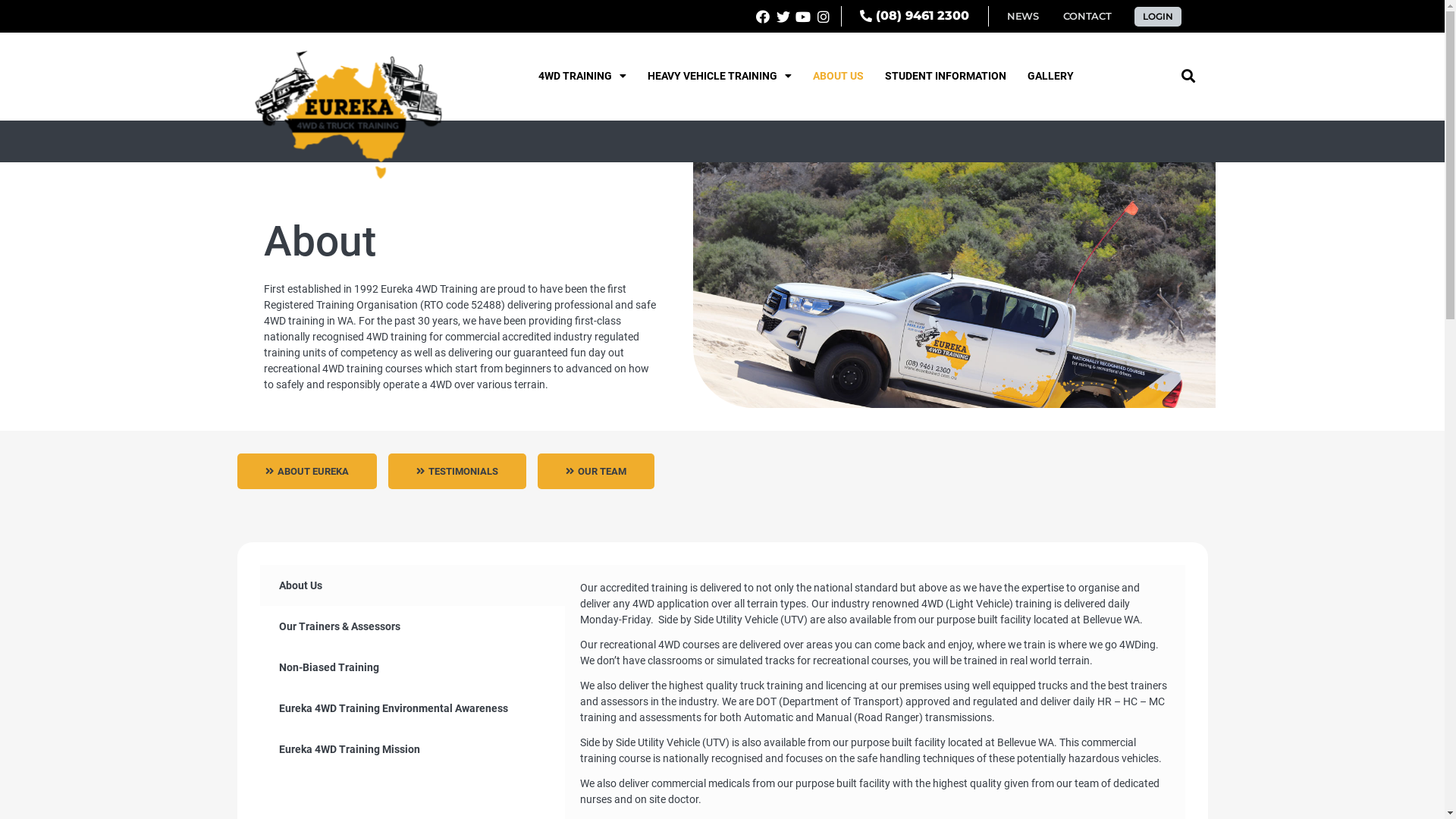  What do you see at coordinates (945, 76) in the screenshot?
I see `'STUDENT INFORMATION'` at bounding box center [945, 76].